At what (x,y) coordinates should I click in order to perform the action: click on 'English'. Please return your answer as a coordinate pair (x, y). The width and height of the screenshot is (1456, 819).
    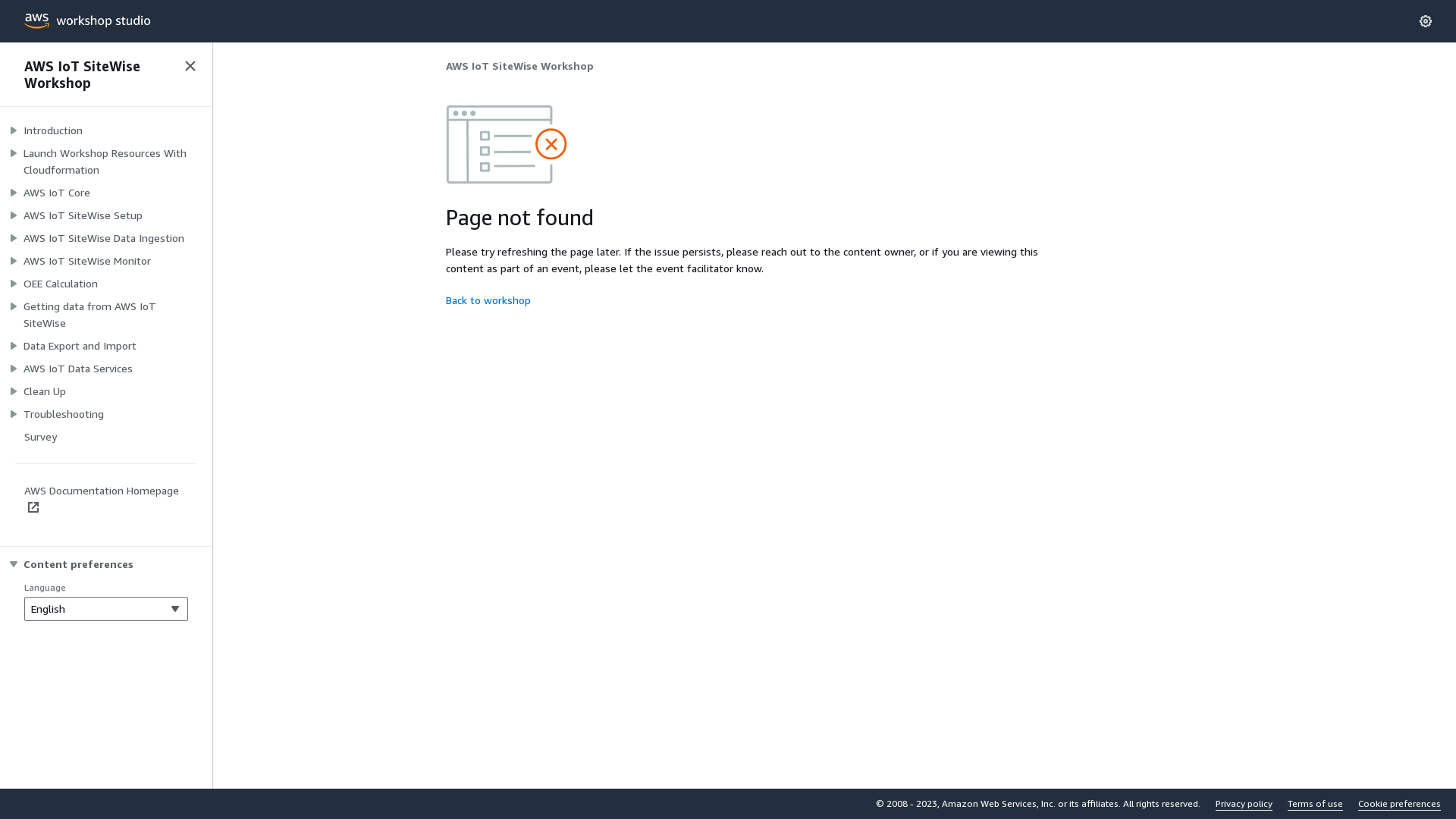
    Looking at the image, I should click on (105, 607).